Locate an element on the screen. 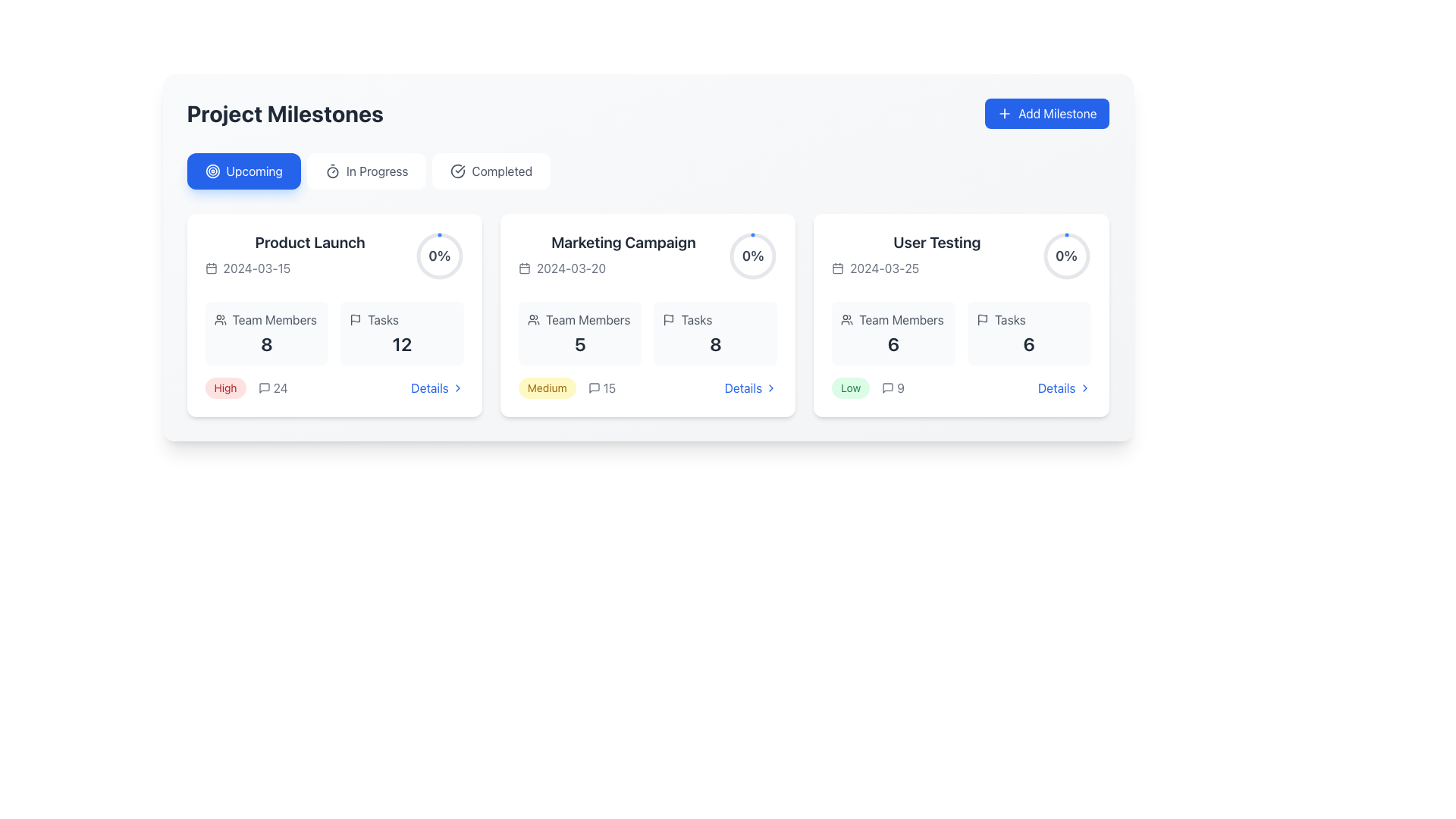 The height and width of the screenshot is (819, 1456). the 'Completed' button, which is a rectangular button with rounded corners, white background, gray text, and a checkmark icon, located below the 'Project Milestones' heading is located at coordinates (491, 171).